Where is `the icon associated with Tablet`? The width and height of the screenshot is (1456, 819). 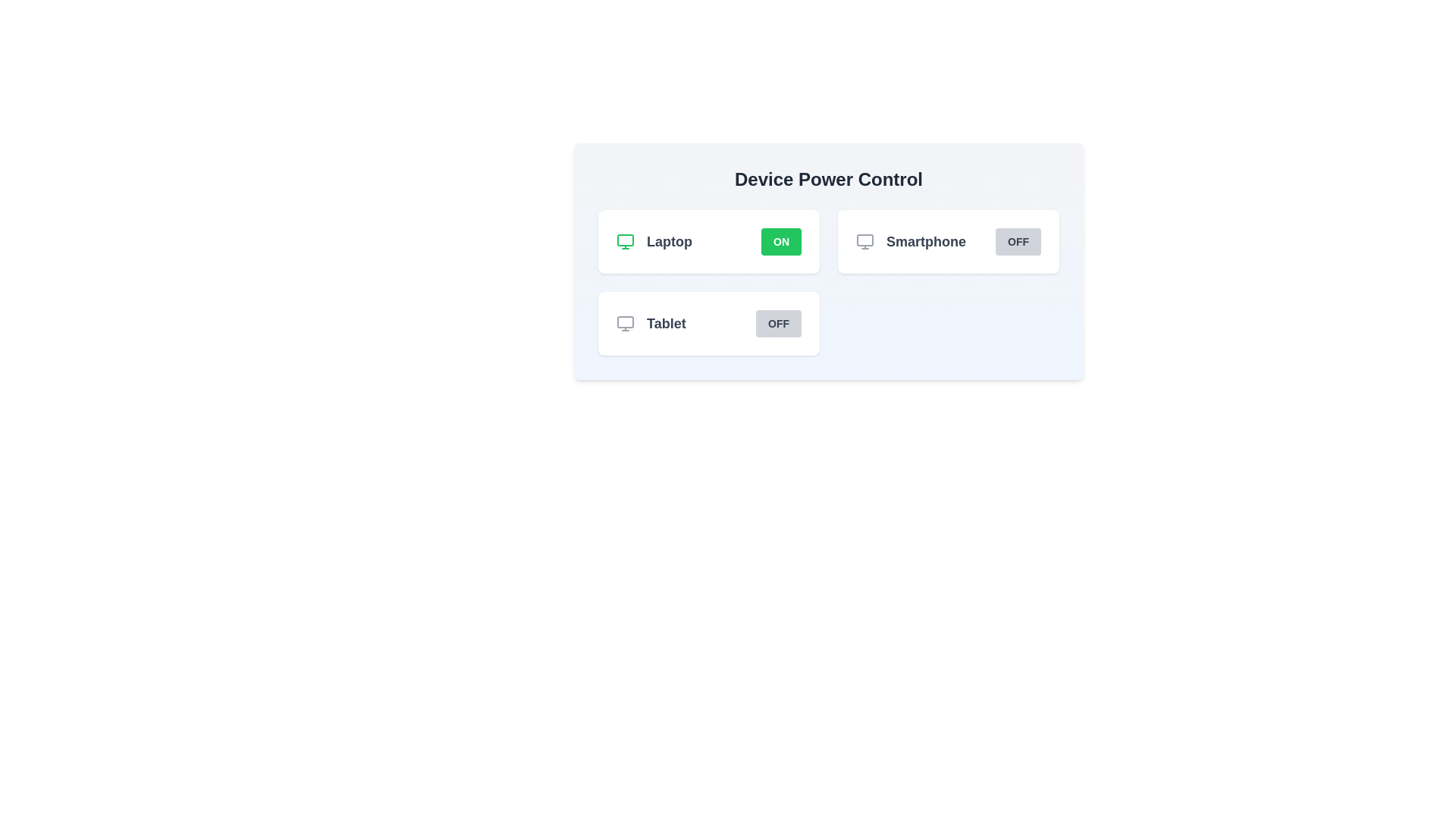 the icon associated with Tablet is located at coordinates (626, 323).